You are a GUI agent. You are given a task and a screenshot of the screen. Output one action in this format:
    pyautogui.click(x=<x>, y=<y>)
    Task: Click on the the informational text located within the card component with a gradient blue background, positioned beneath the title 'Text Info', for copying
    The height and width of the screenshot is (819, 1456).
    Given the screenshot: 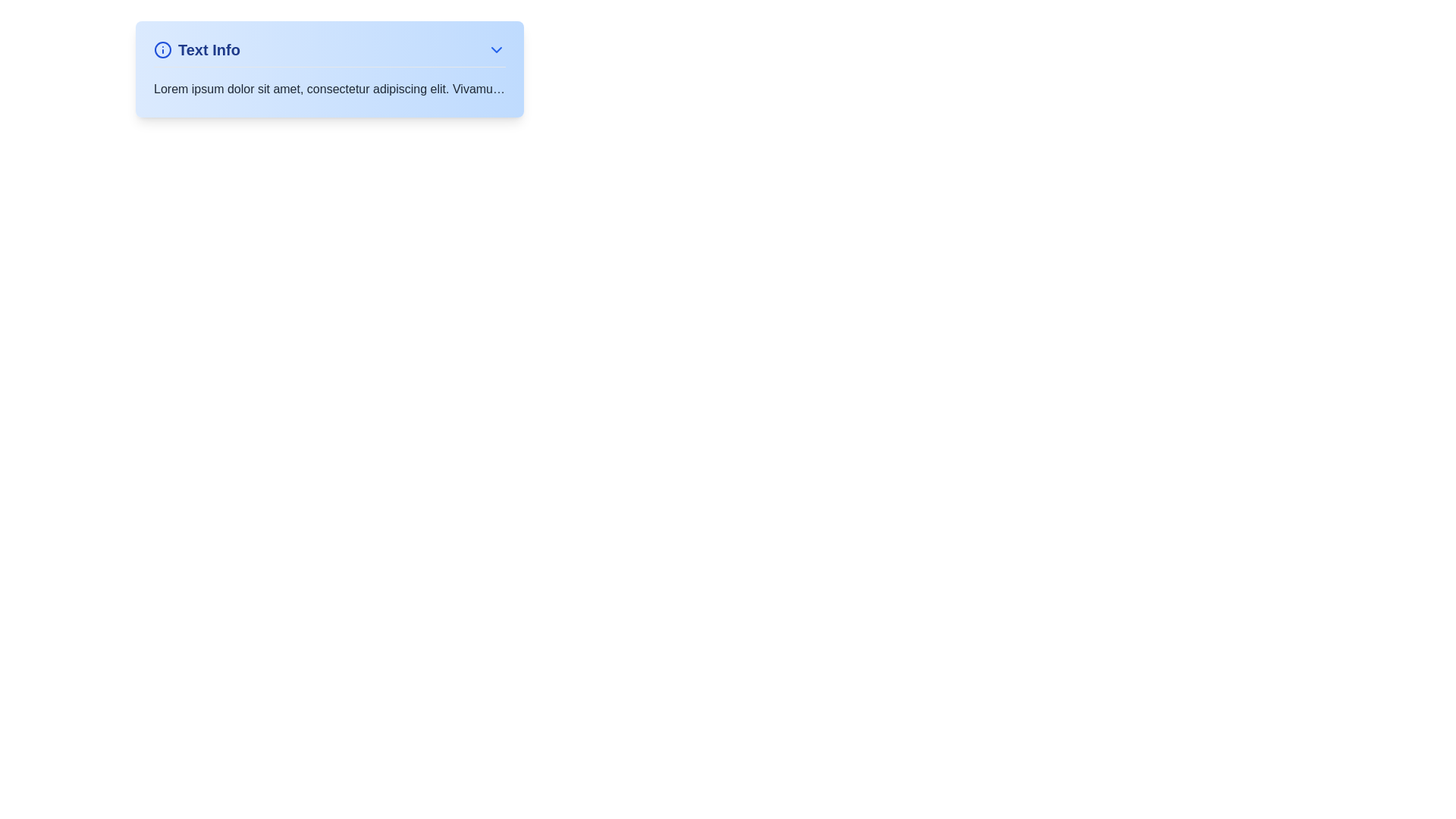 What is the action you would take?
    pyautogui.click(x=329, y=89)
    